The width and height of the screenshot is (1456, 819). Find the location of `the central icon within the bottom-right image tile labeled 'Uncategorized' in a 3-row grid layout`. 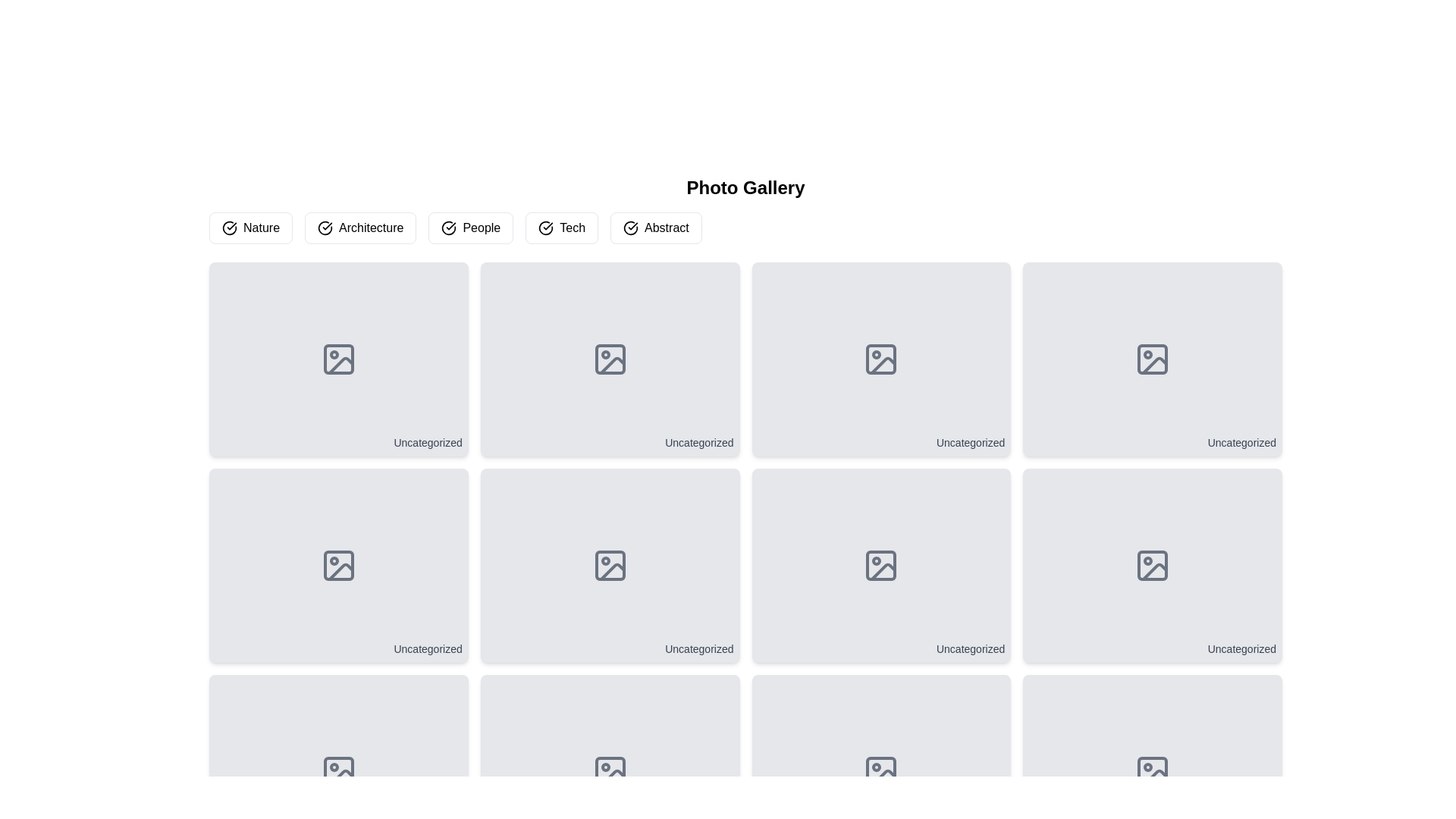

the central icon within the bottom-right image tile labeled 'Uncategorized' in a 3-row grid layout is located at coordinates (1153, 772).